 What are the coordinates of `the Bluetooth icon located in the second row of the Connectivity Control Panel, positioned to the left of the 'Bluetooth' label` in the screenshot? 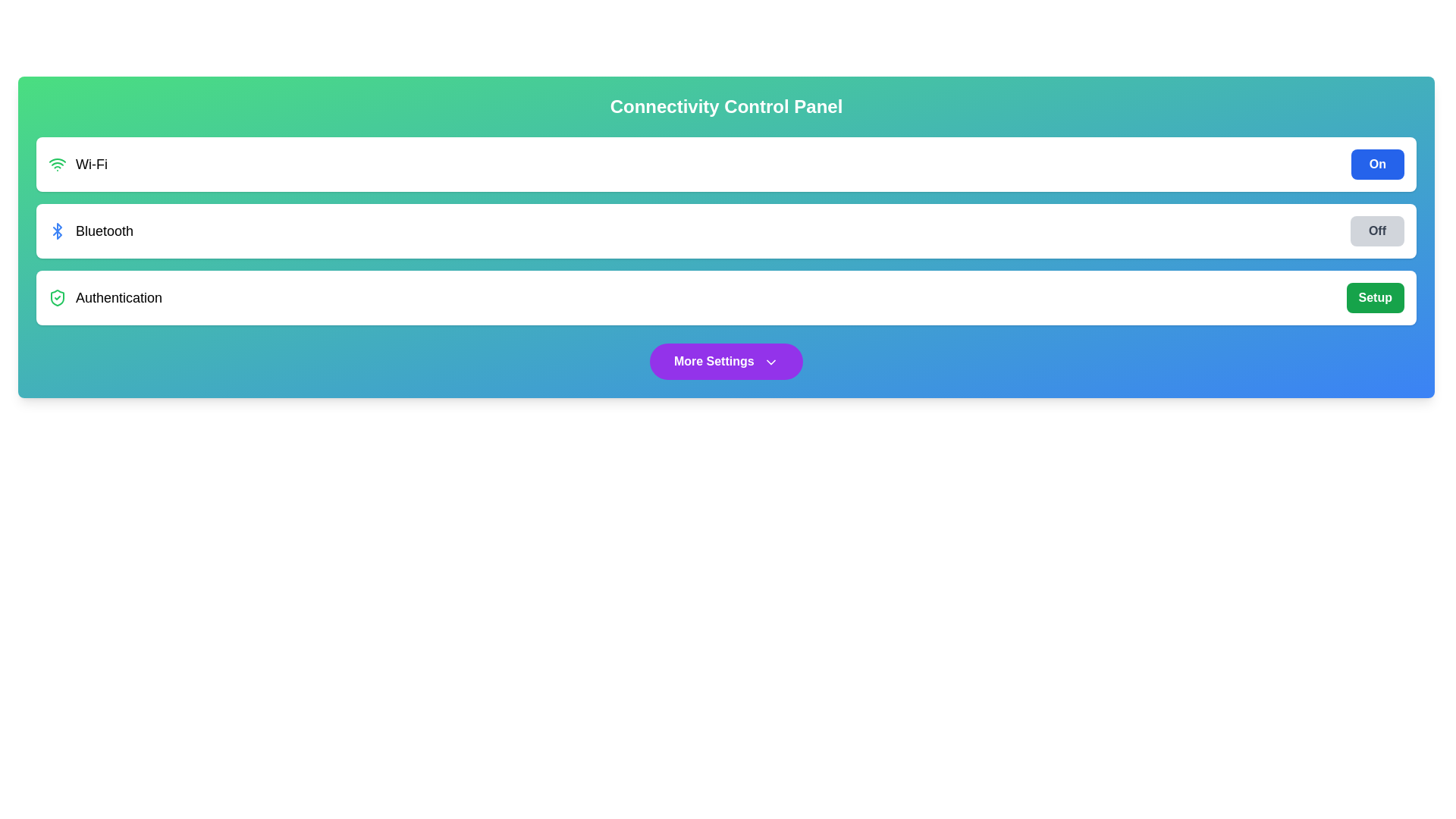 It's located at (58, 231).